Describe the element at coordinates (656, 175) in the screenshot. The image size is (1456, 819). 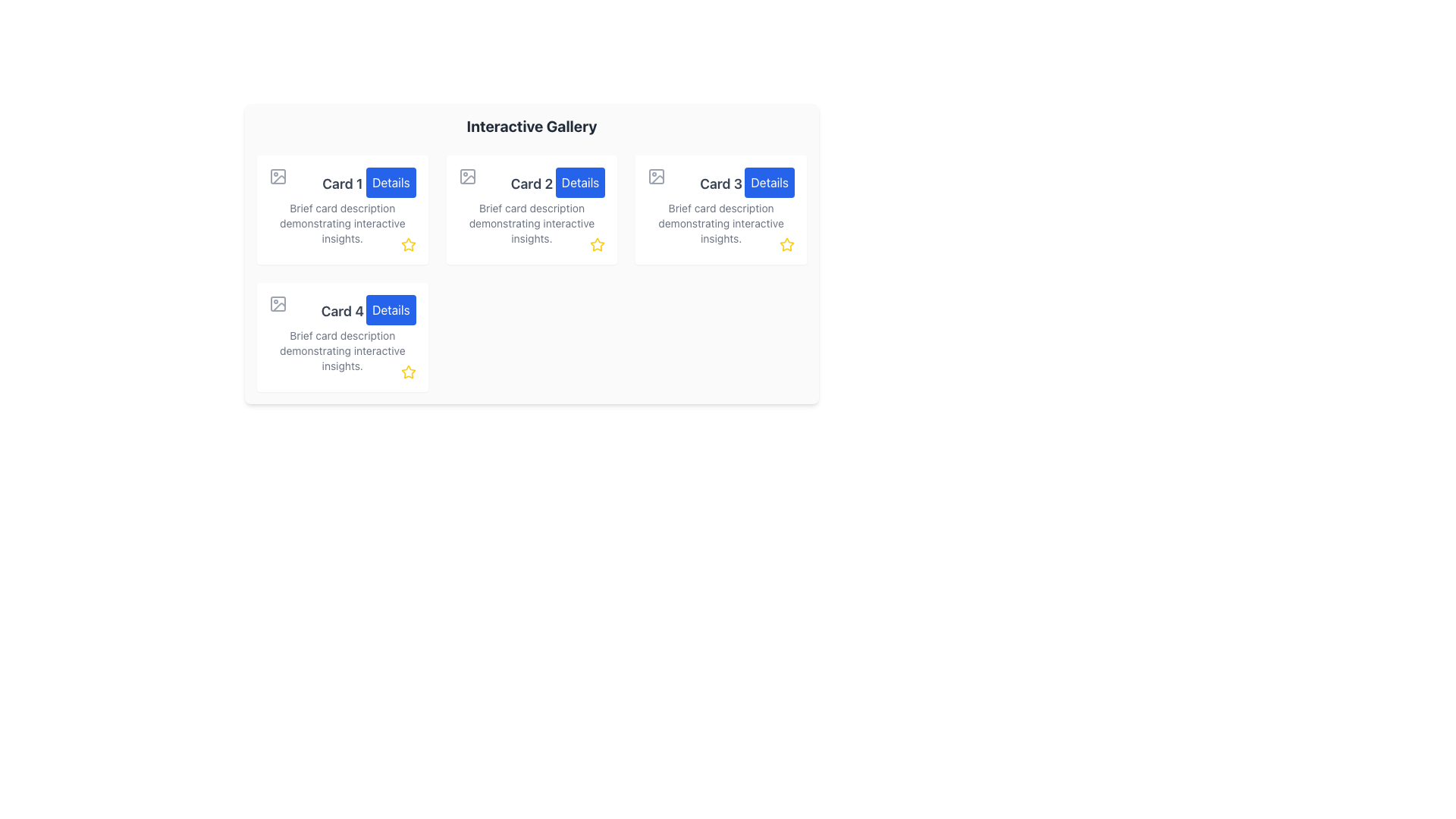
I see `the small rectangular icon with rounded corners located in the top-left corner of 'Card 3' in the gallery layout` at that location.